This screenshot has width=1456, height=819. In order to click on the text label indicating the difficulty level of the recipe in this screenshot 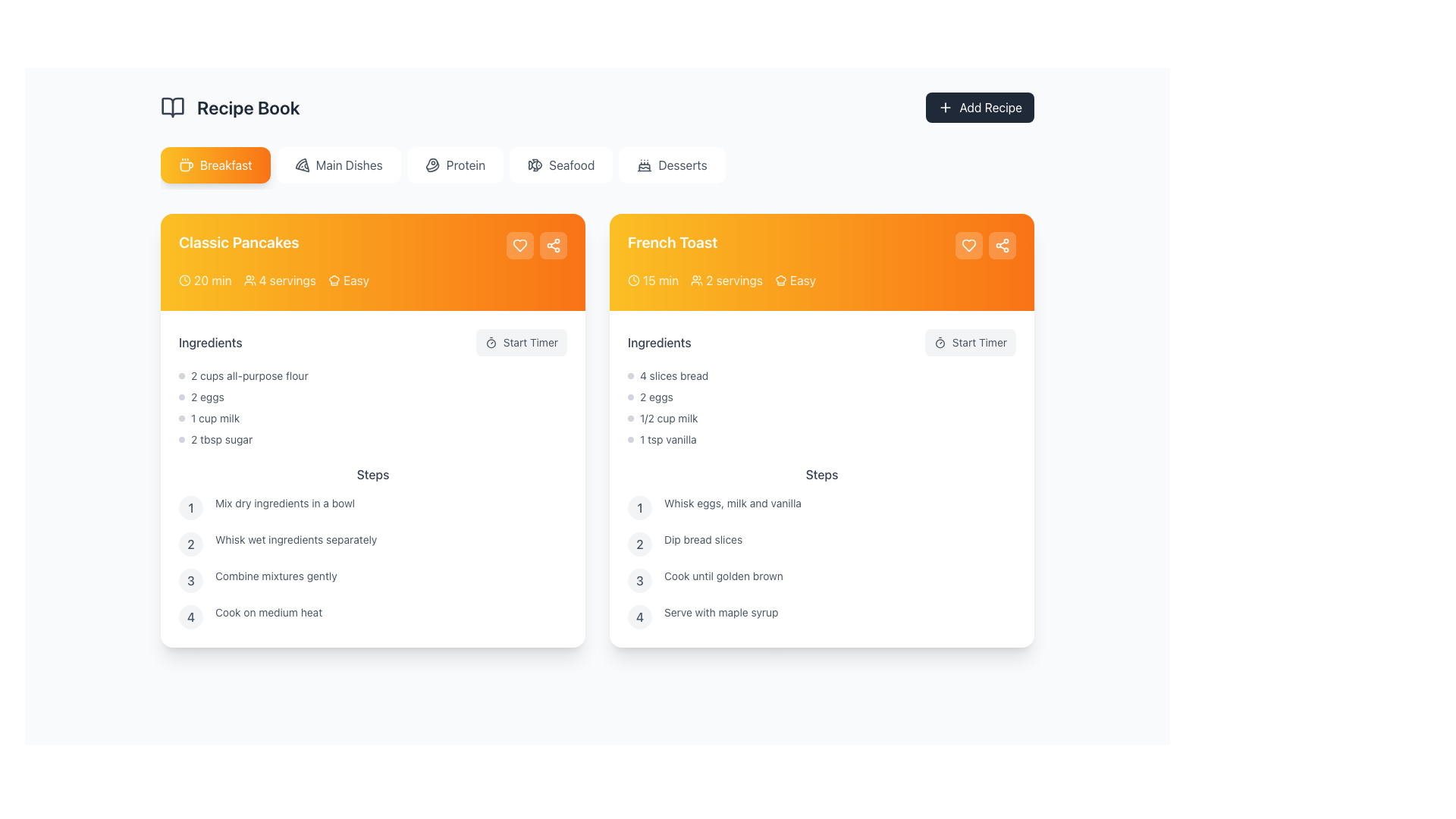, I will do `click(356, 281)`.